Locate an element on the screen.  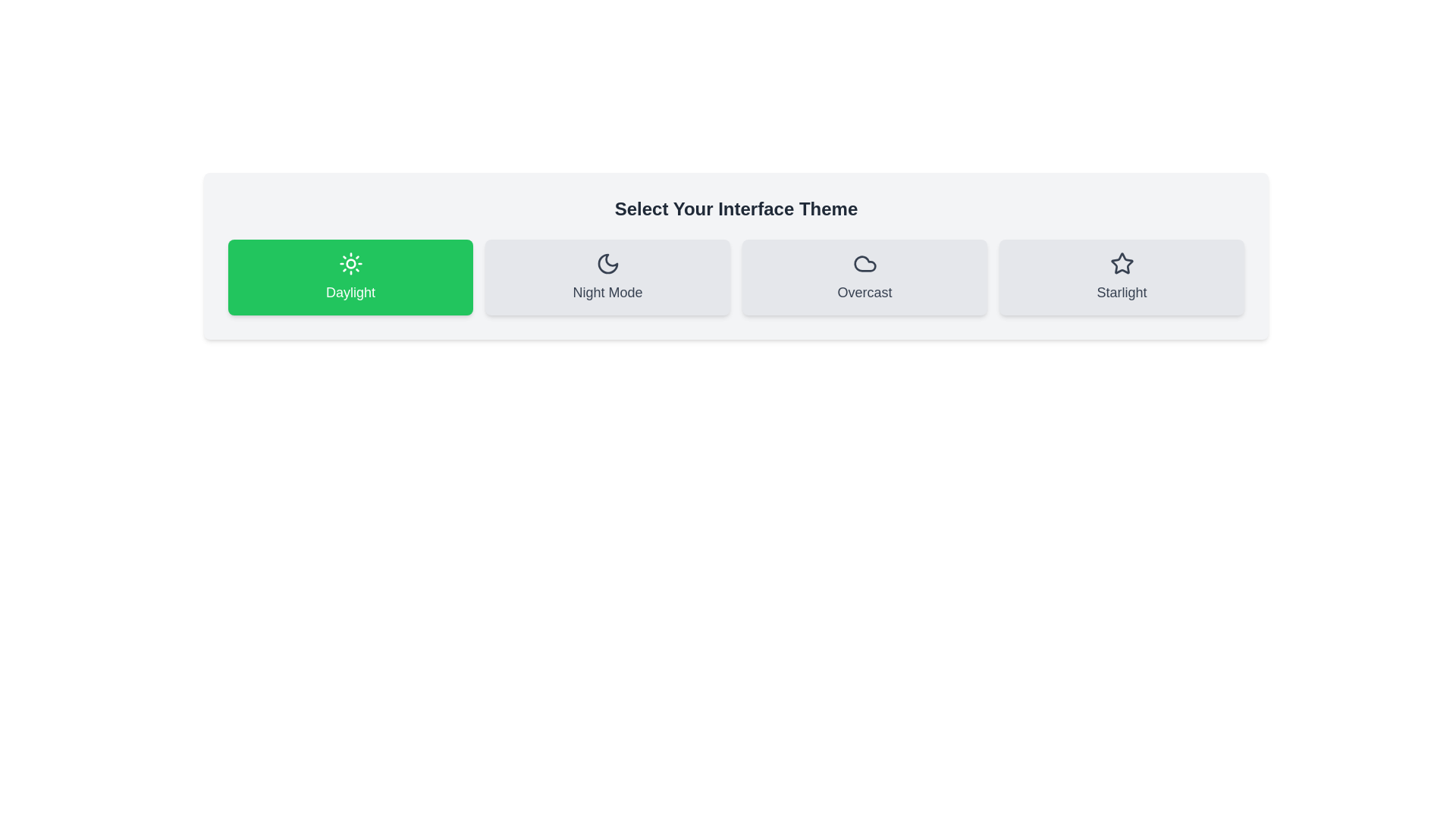
the theme by clicking on the Night Mode button is located at coordinates (607, 278).